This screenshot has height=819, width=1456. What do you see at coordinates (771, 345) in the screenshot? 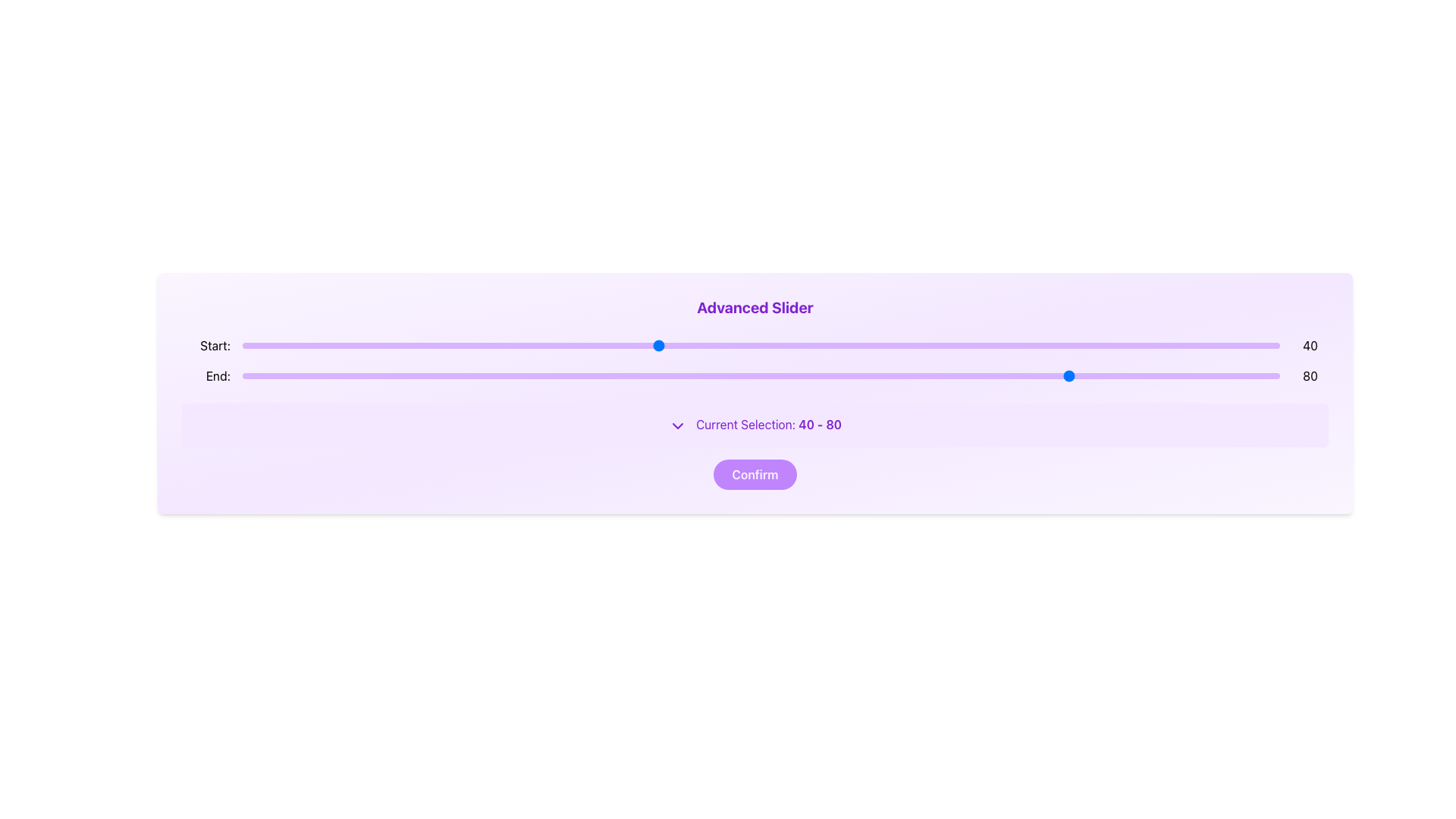
I see `the start slider` at bounding box center [771, 345].